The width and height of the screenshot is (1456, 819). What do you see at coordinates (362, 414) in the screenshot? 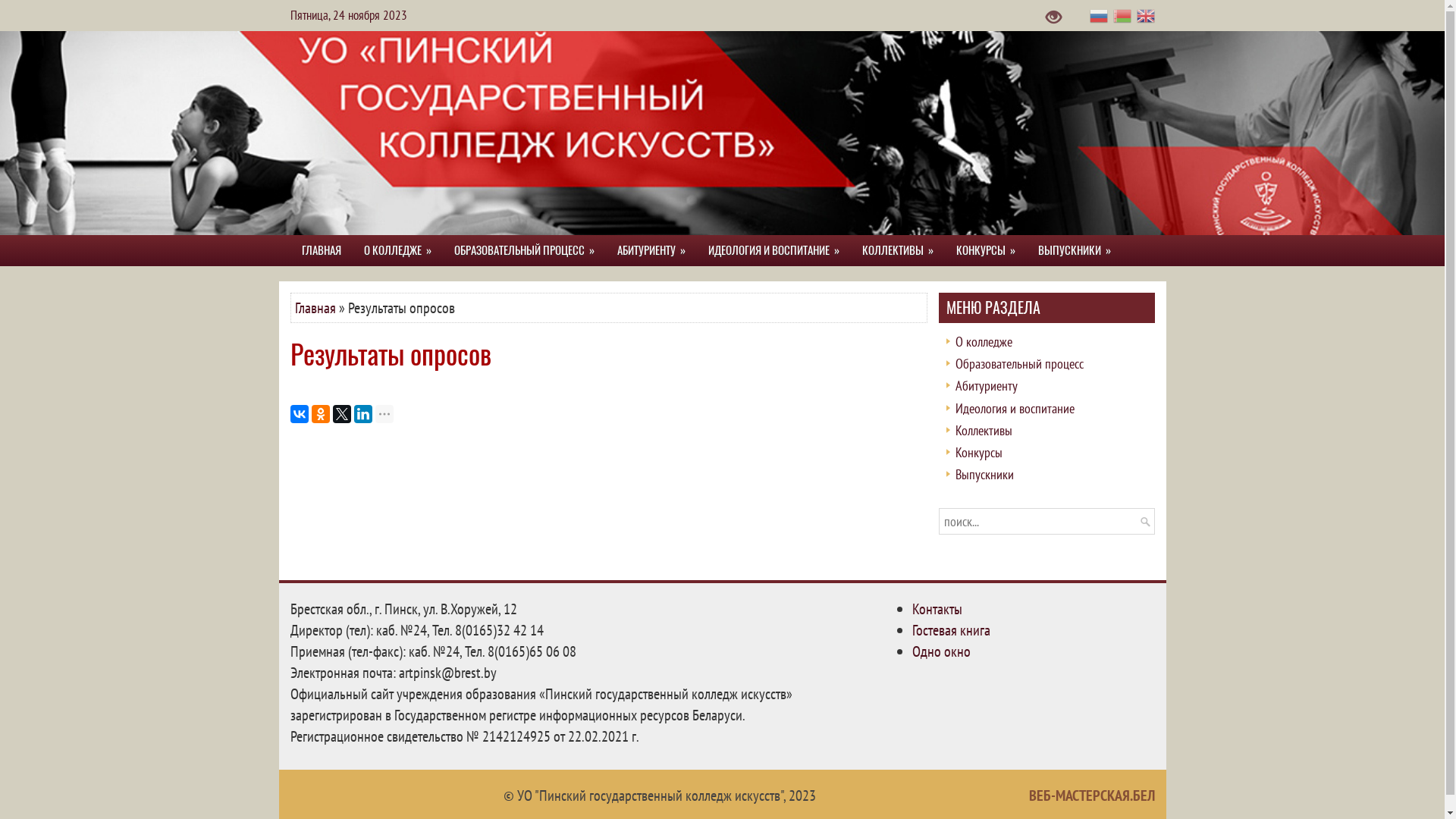
I see `'LinkedIn'` at bounding box center [362, 414].